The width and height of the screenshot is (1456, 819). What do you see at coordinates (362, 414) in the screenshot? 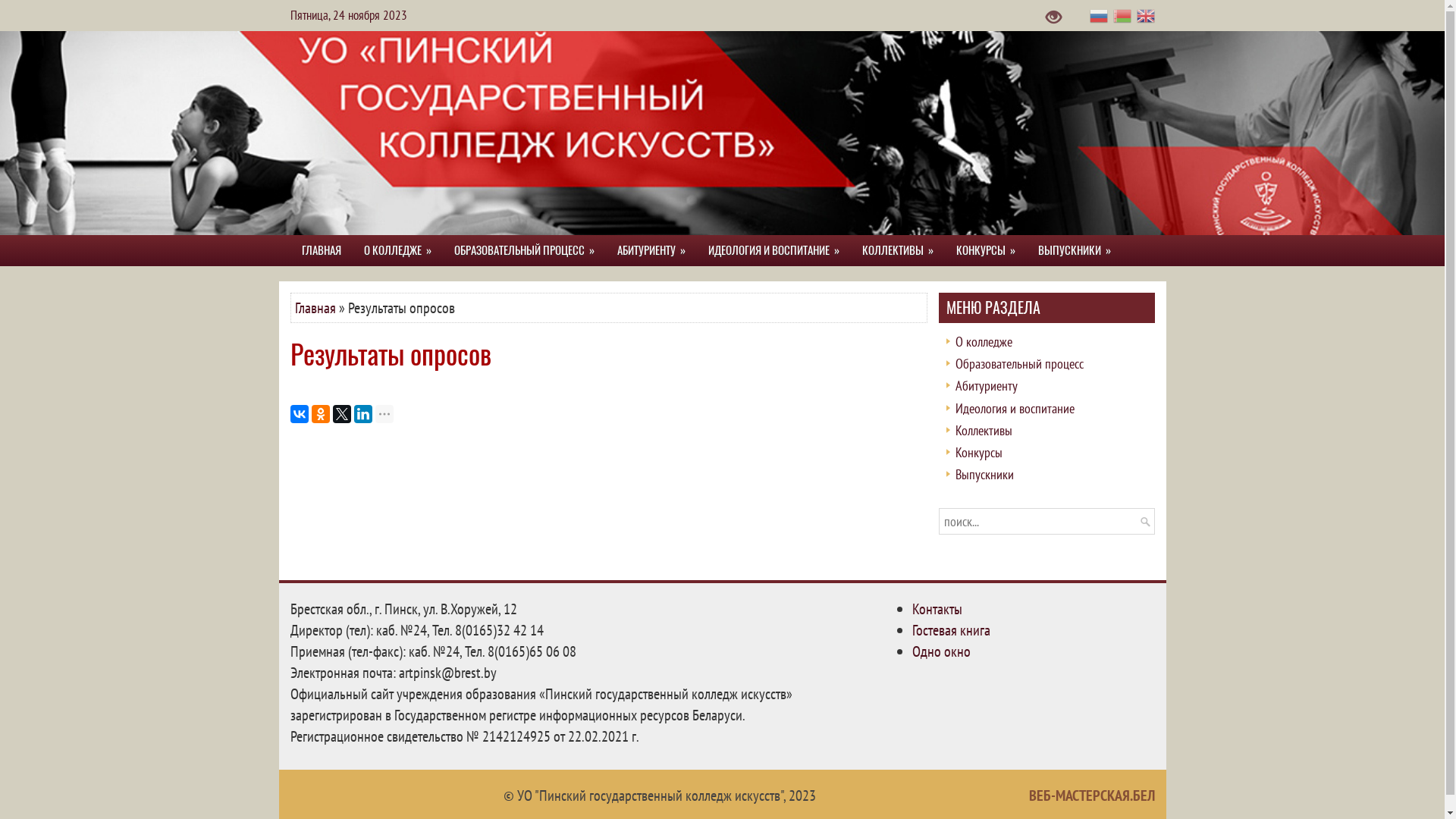
I see `'LinkedIn'` at bounding box center [362, 414].